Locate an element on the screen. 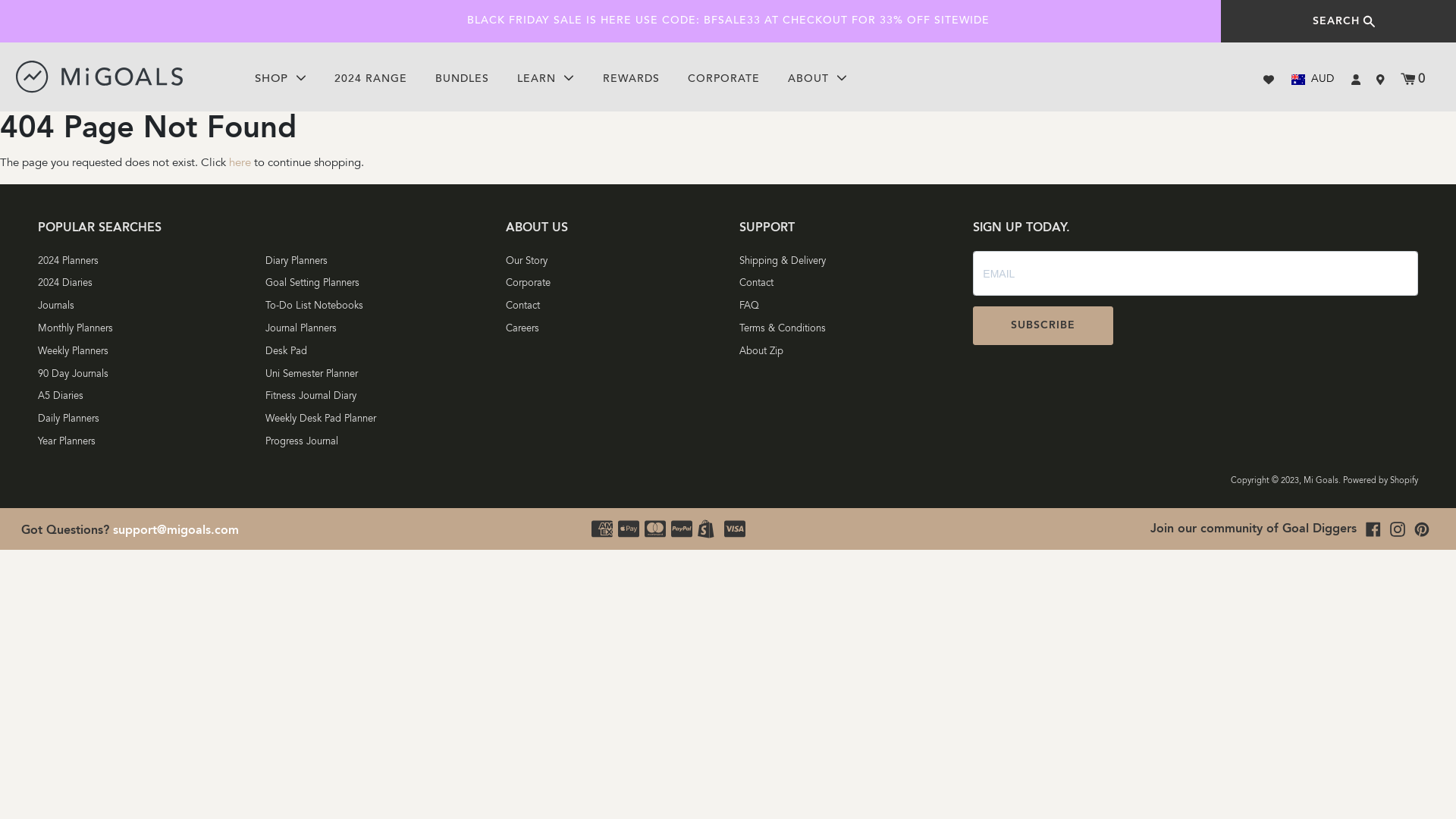 This screenshot has width=1456, height=819. 'LEARN' is located at coordinates (545, 79).